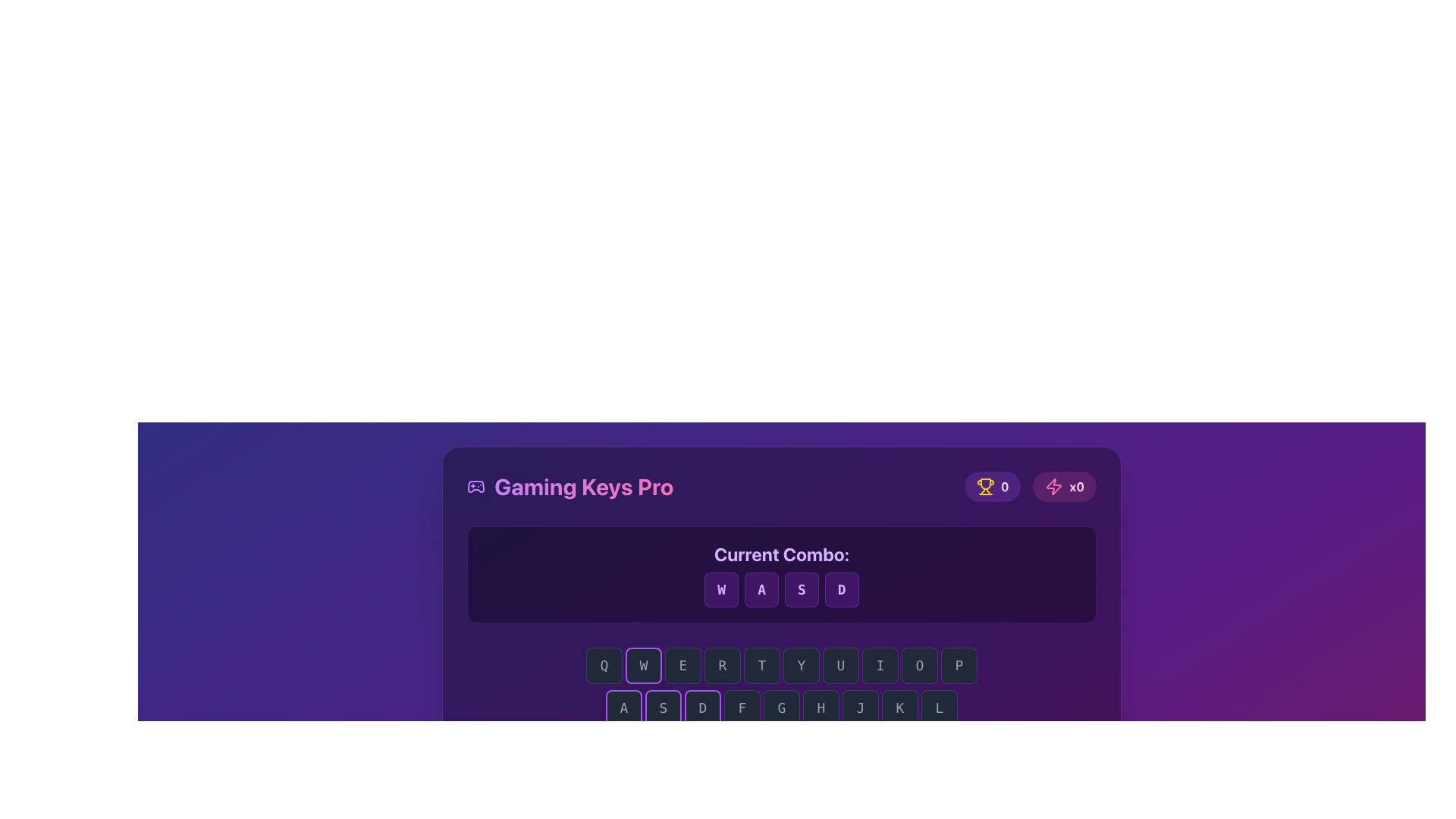 The width and height of the screenshot is (1456, 819). I want to click on the 'H' button on the virtual keyboard, which is the sixth button in a horizontal row located between the 'G' and 'J' buttons, to use it as part of a combo or sequence, so click(821, 708).